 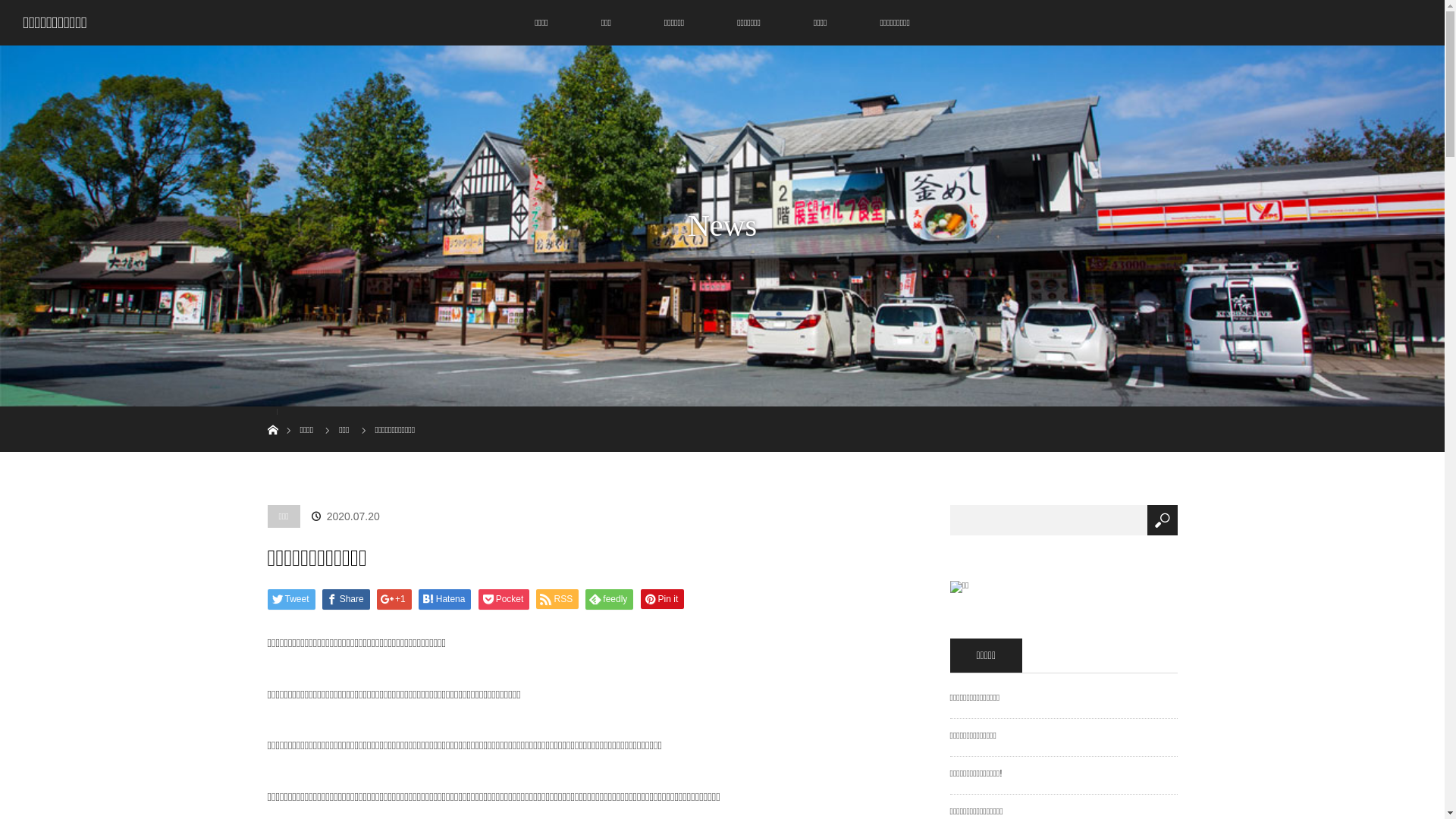 What do you see at coordinates (266, 598) in the screenshot?
I see `'Tweet'` at bounding box center [266, 598].